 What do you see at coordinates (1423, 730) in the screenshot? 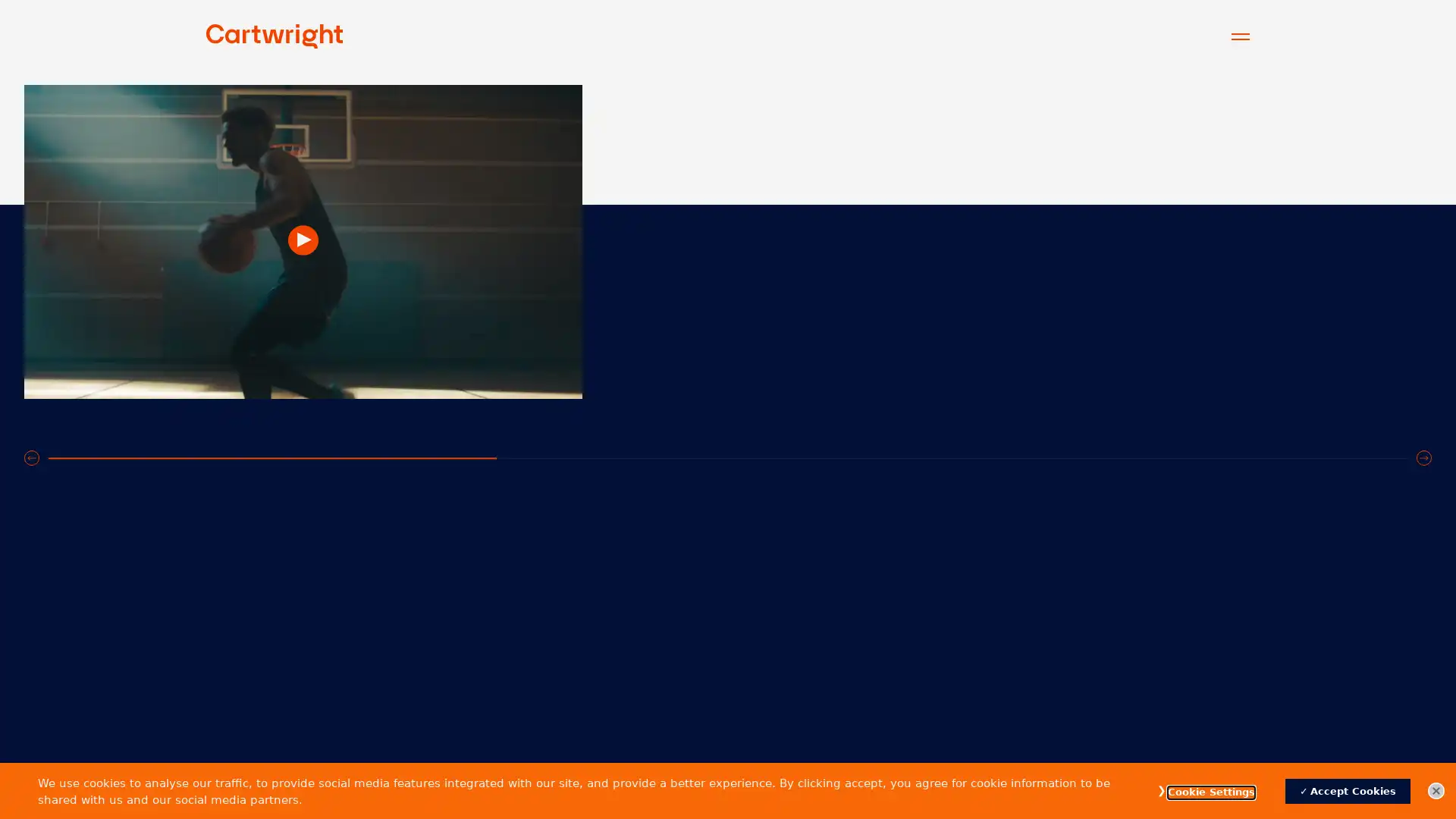
I see `Next slides` at bounding box center [1423, 730].